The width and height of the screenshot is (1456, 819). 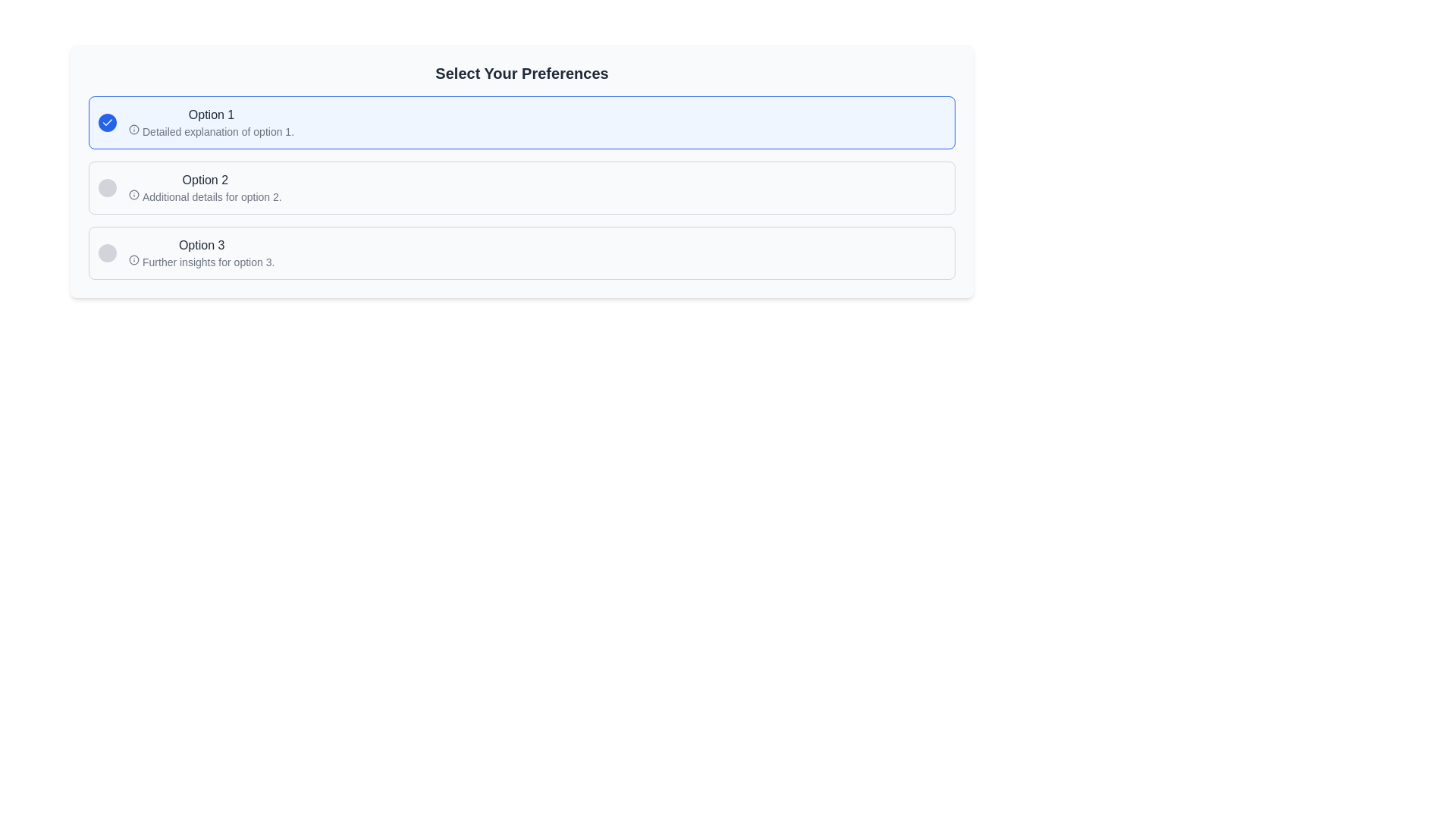 I want to click on the circular information icon located to the left of the descriptive text in Option 2 under the 'Select Your Preferences' section, so click(x=134, y=194).